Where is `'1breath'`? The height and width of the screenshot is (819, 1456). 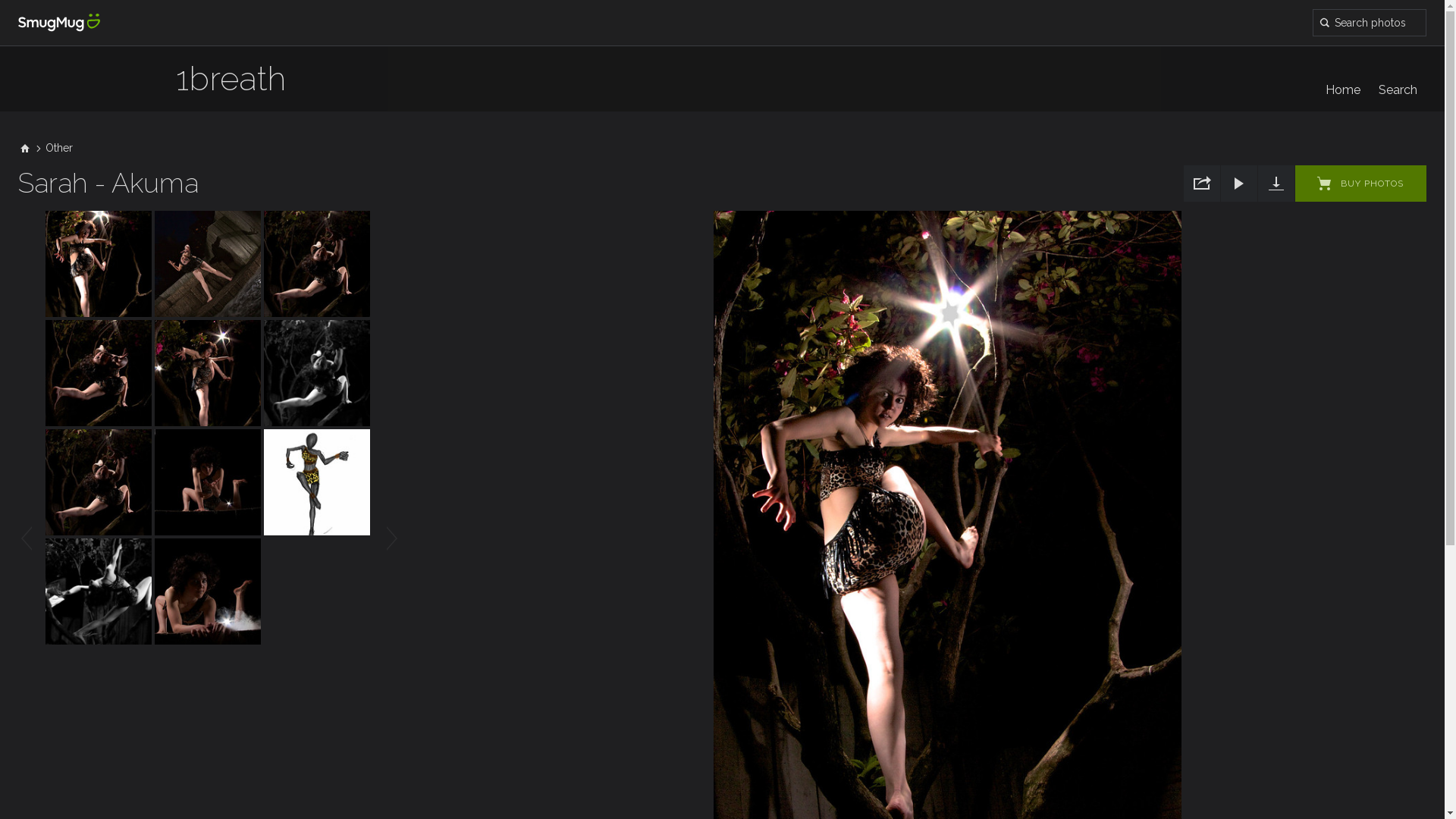 '1breath' is located at coordinates (175, 86).